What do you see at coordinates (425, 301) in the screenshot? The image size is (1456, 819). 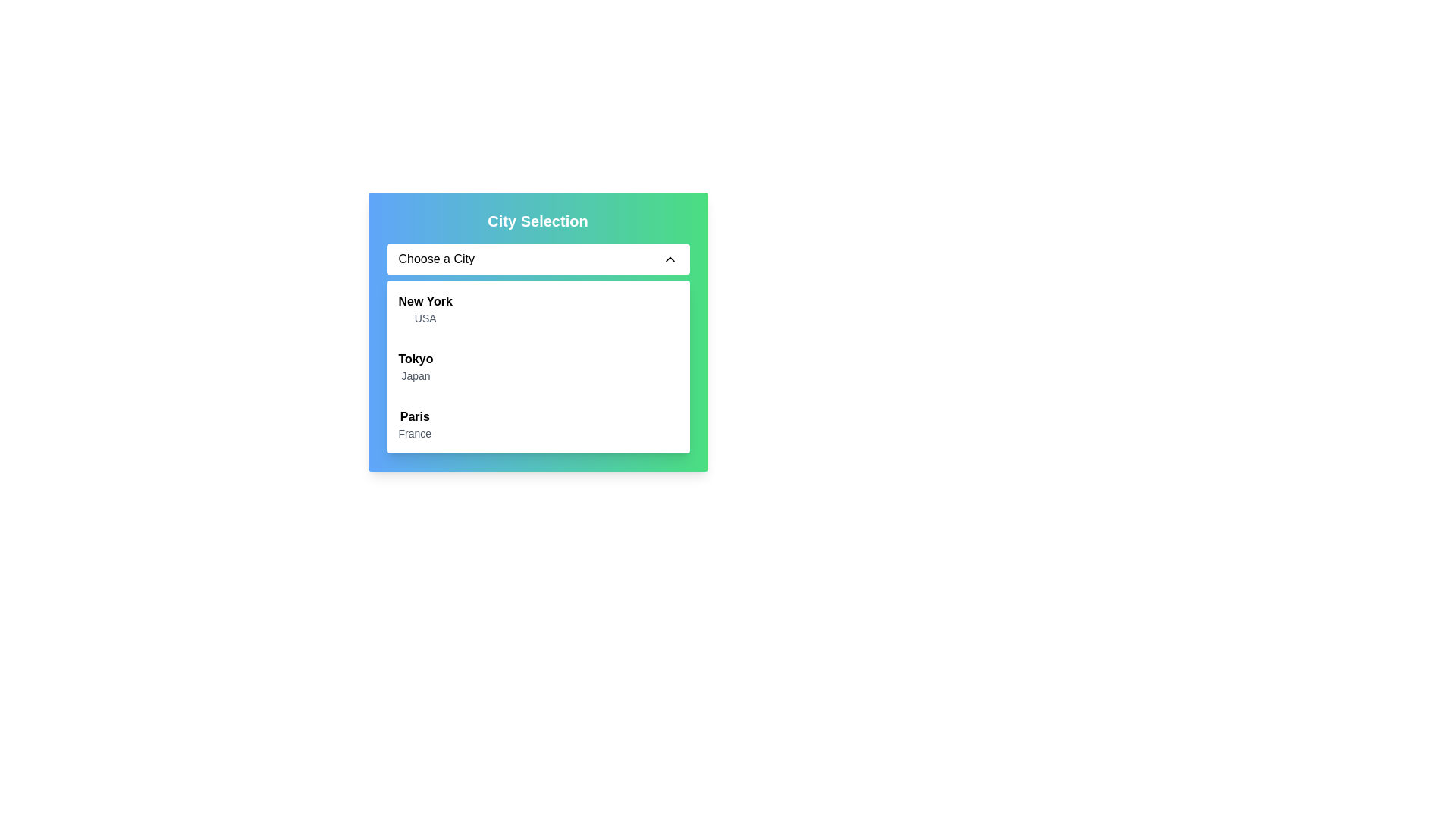 I see `the bold text label that reads 'New York' in the dropdown menu under 'Choose a City'` at bounding box center [425, 301].